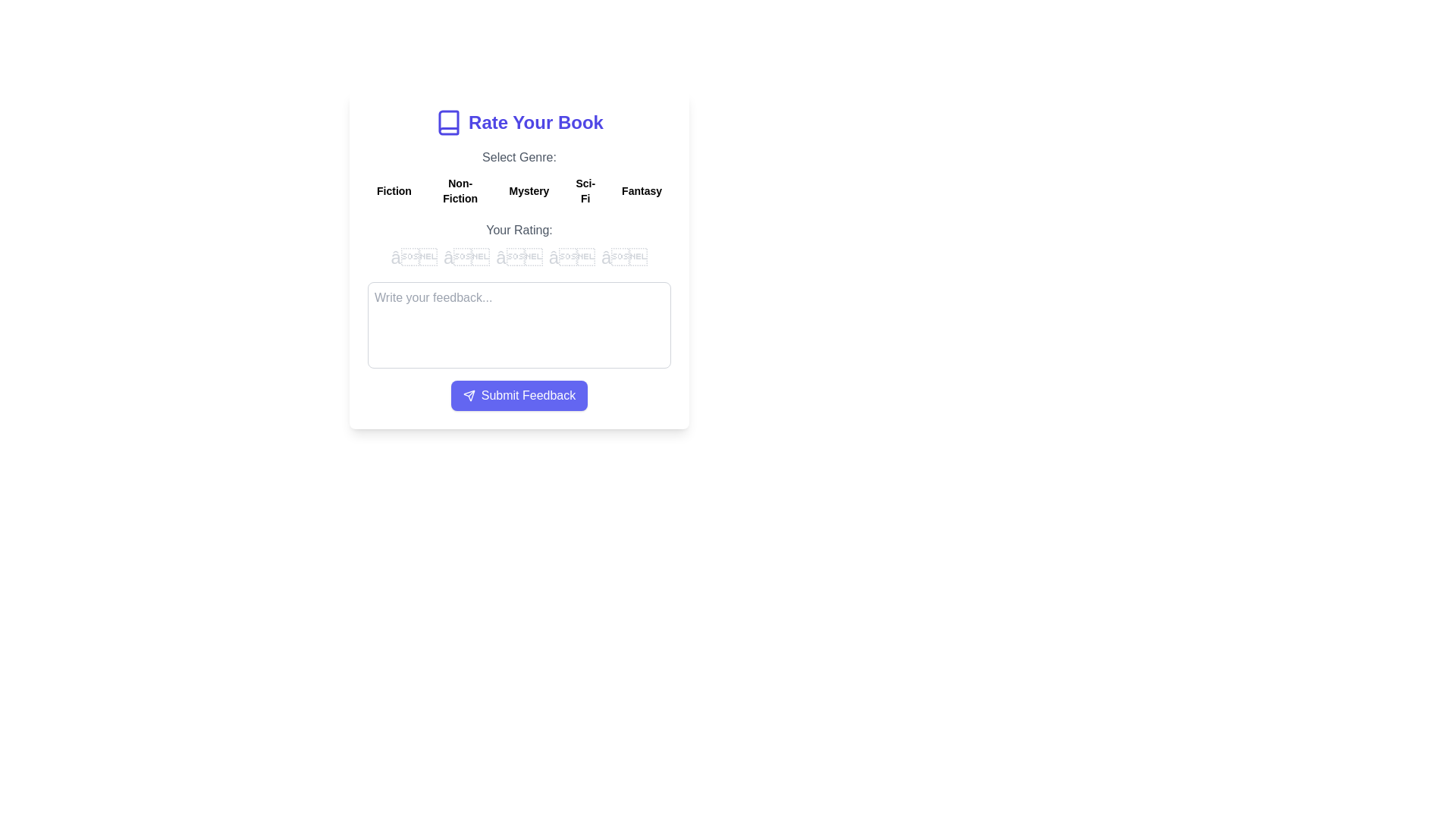 The width and height of the screenshot is (1456, 819). I want to click on the 'Non-Fiction' button, which is the second button in a group of five, so click(460, 190).